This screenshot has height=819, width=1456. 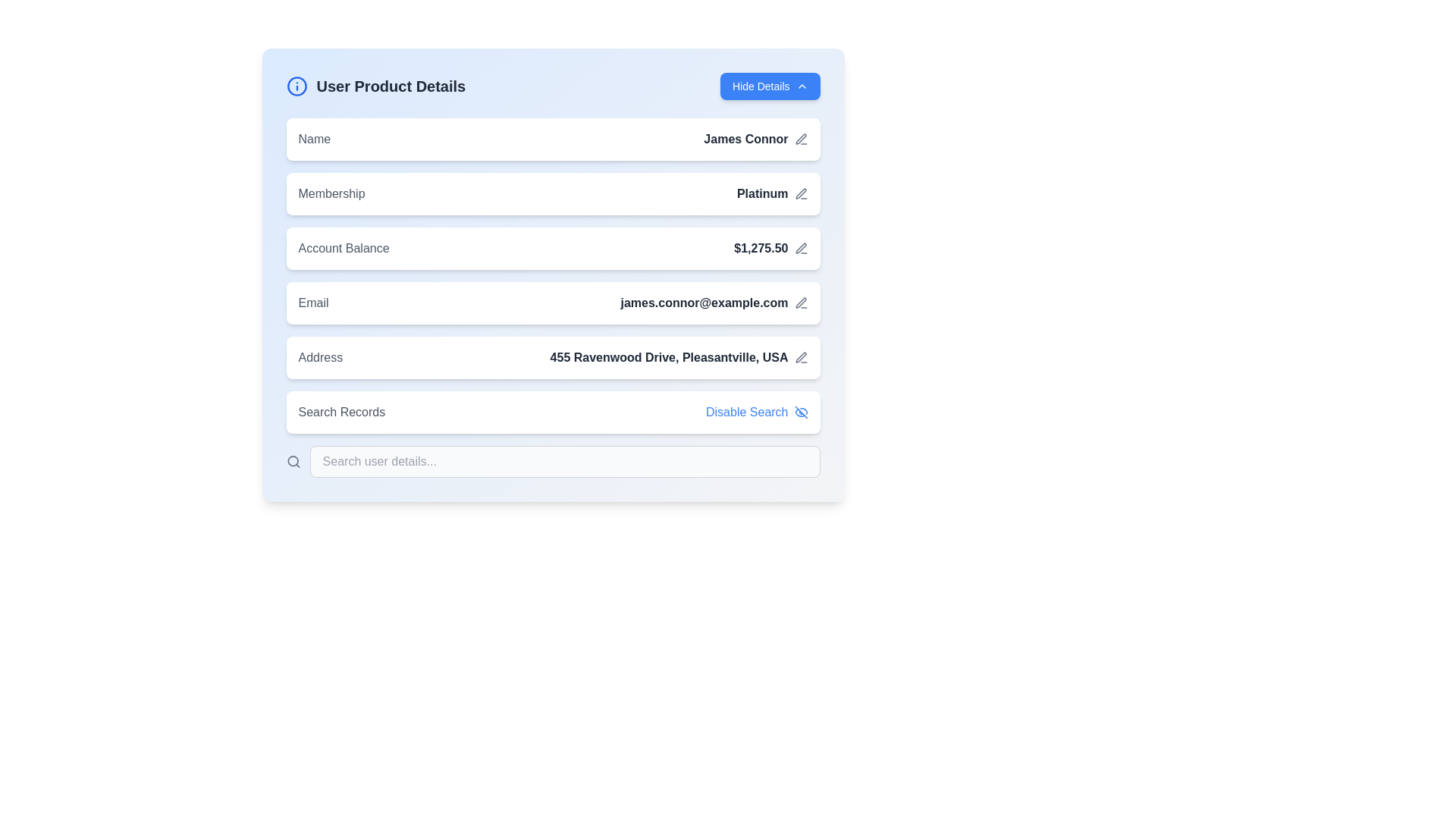 I want to click on the edit icon button located to the right of the bold text 'James Connor' to initiate editing of the user information, so click(x=800, y=140).